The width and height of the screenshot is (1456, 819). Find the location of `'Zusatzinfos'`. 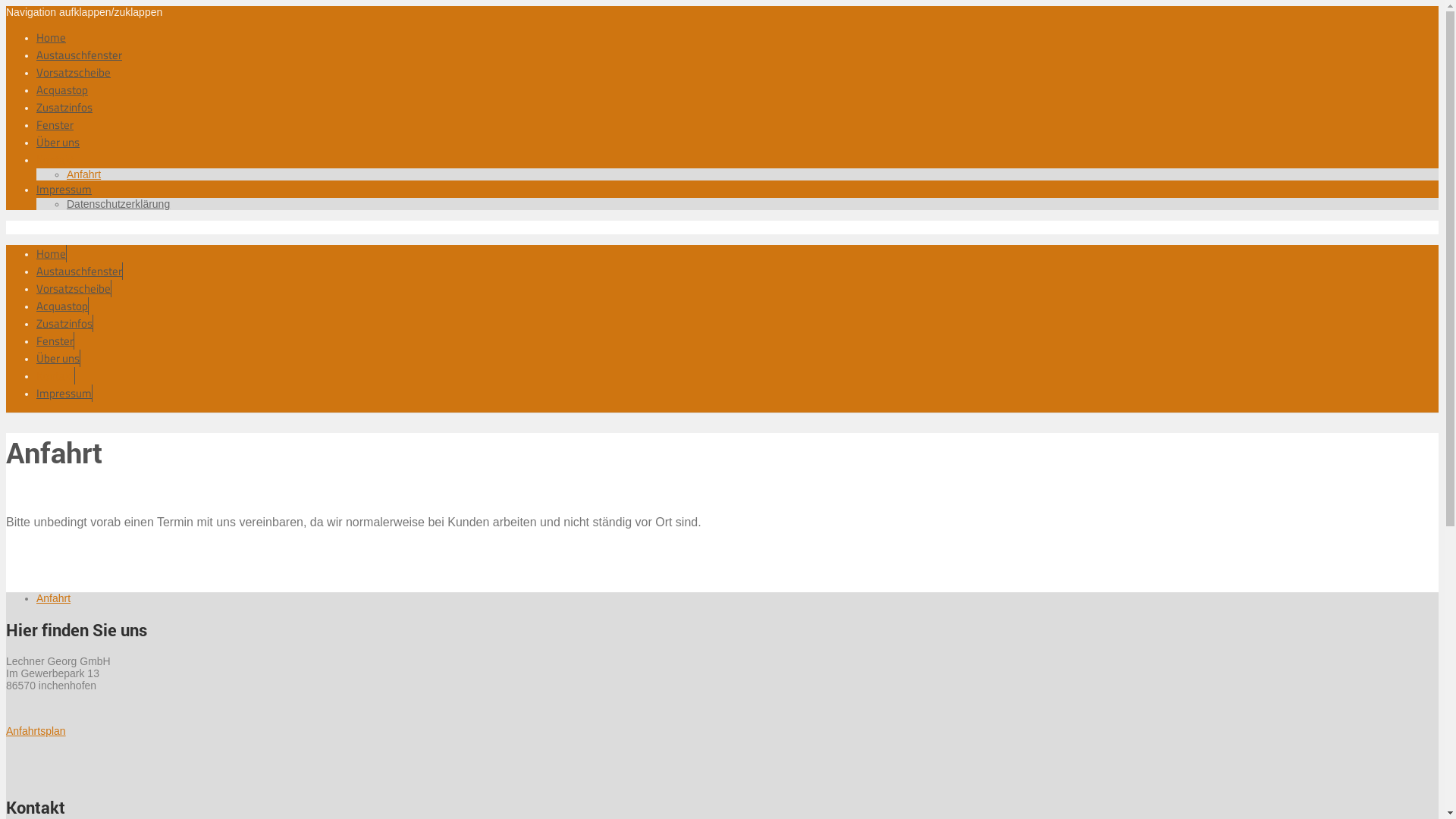

'Zusatzinfos' is located at coordinates (64, 322).